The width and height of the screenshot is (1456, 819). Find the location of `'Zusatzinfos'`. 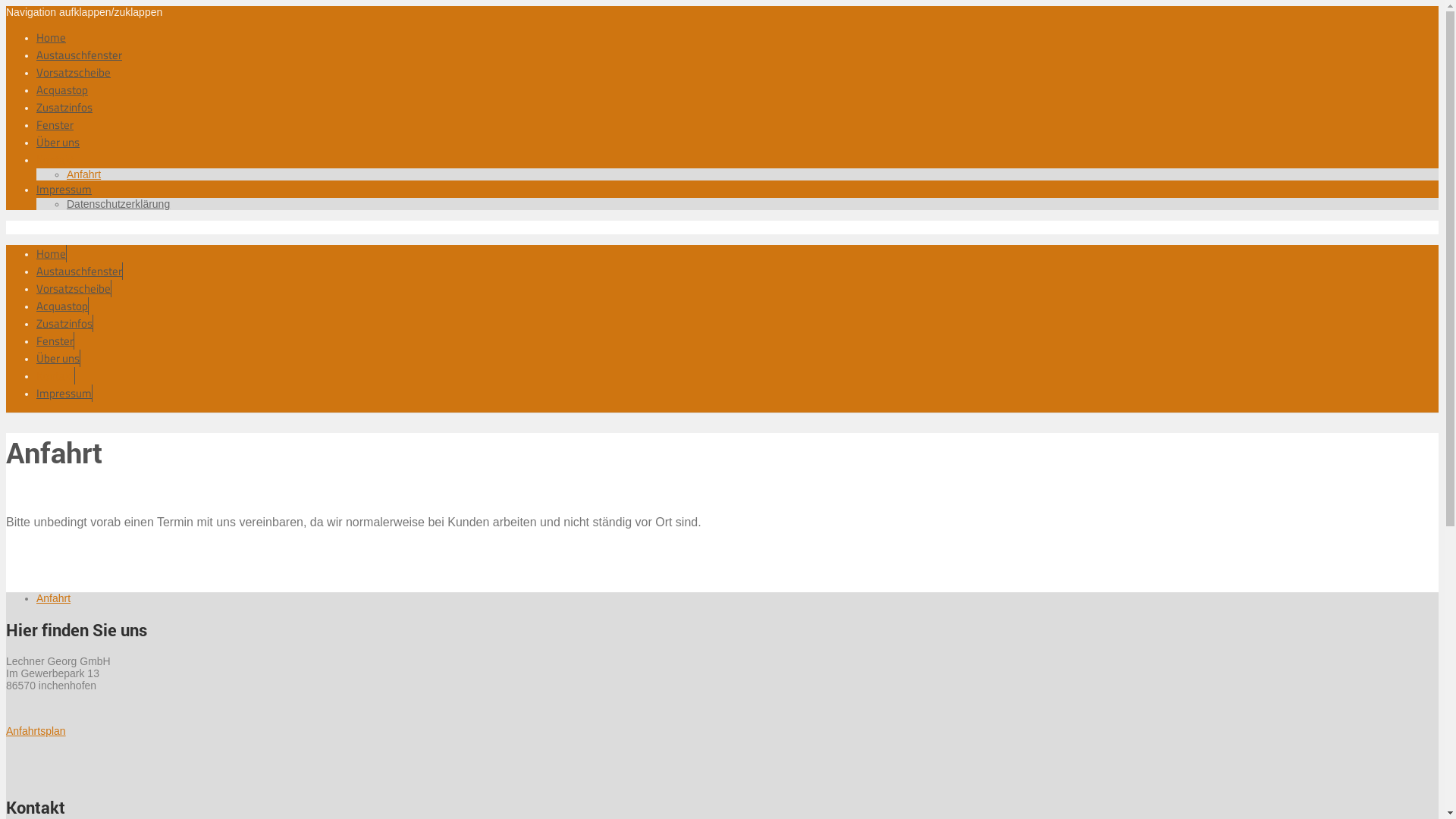

'Zusatzinfos' is located at coordinates (64, 322).